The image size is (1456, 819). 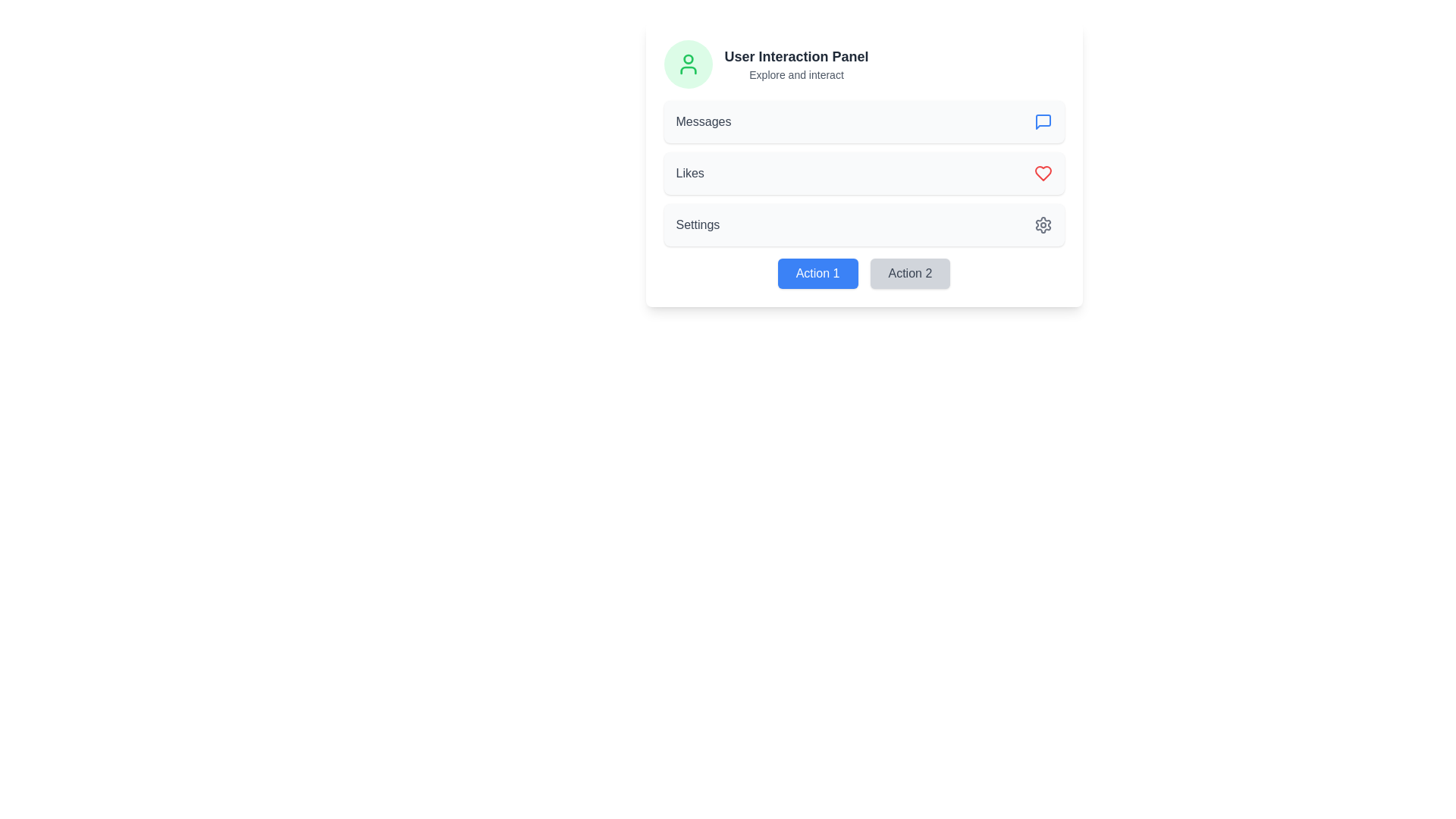 What do you see at coordinates (910, 274) in the screenshot?
I see `the 'Action 2' button, which is the right-side button in a pair of horizontally aligned buttons under the 'User Interaction Panel'` at bounding box center [910, 274].